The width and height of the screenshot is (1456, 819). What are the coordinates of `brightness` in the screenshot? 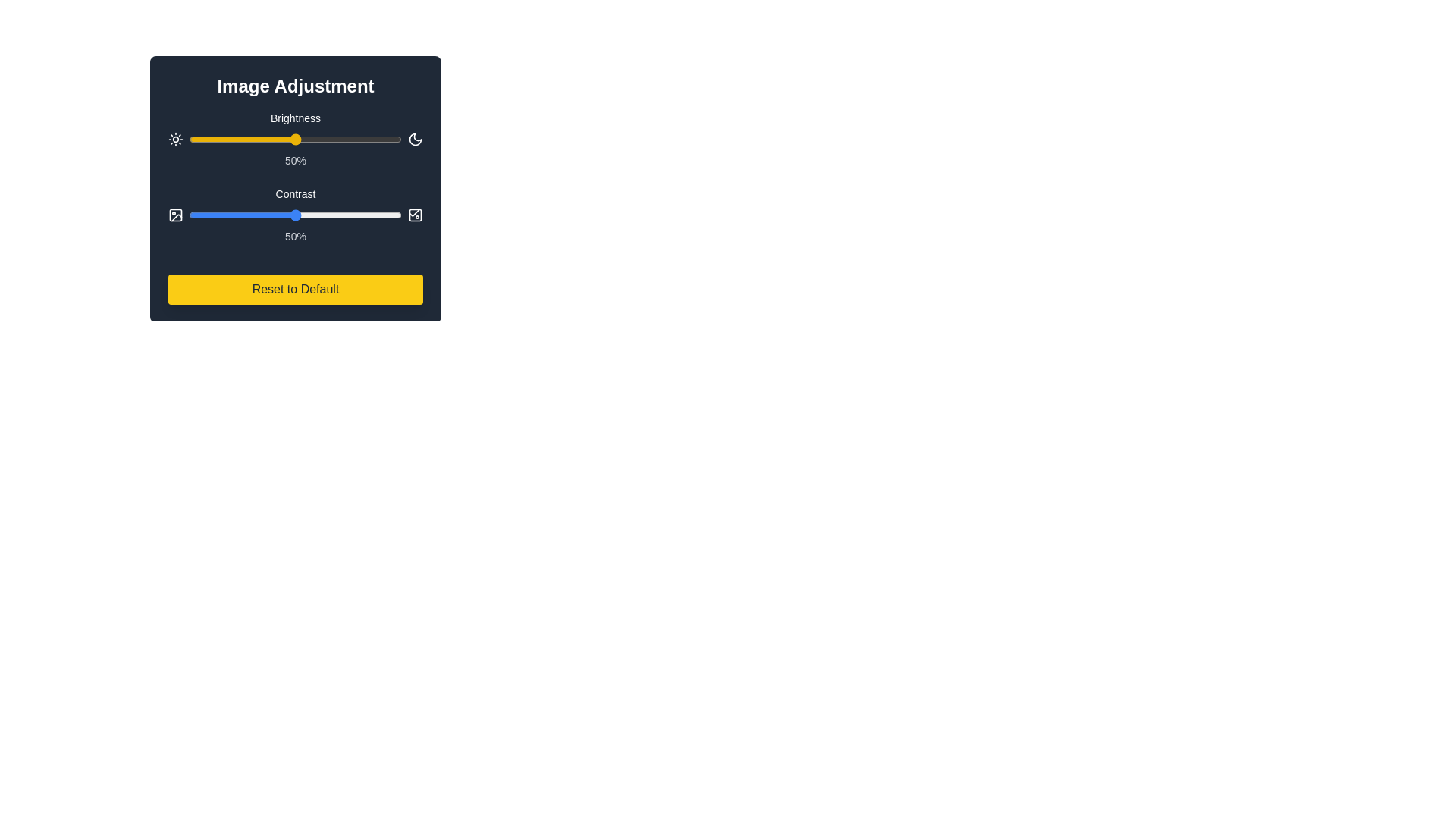 It's located at (393, 140).